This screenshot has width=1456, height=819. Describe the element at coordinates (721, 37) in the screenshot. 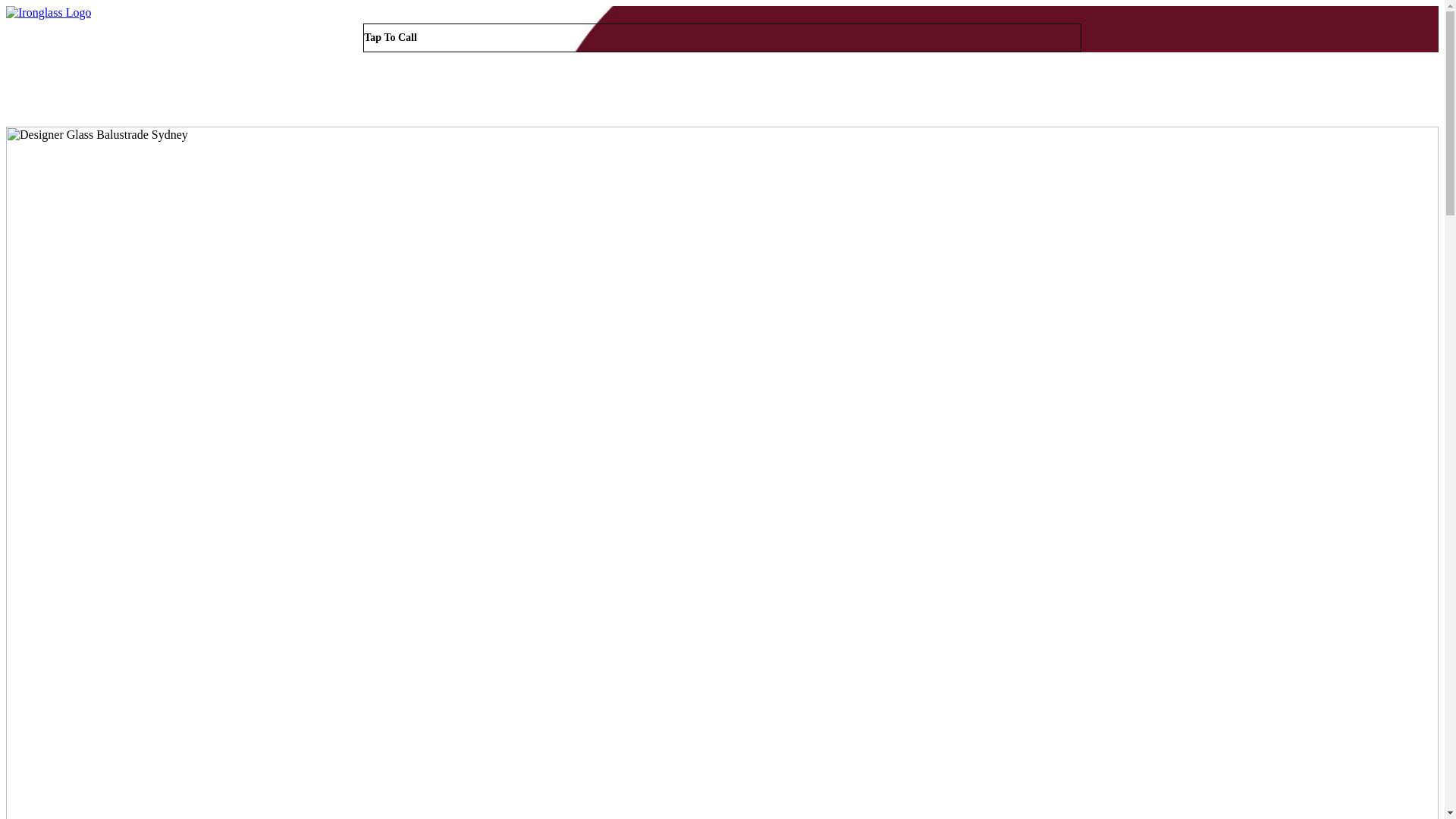

I see `'Tap To Call'` at that location.